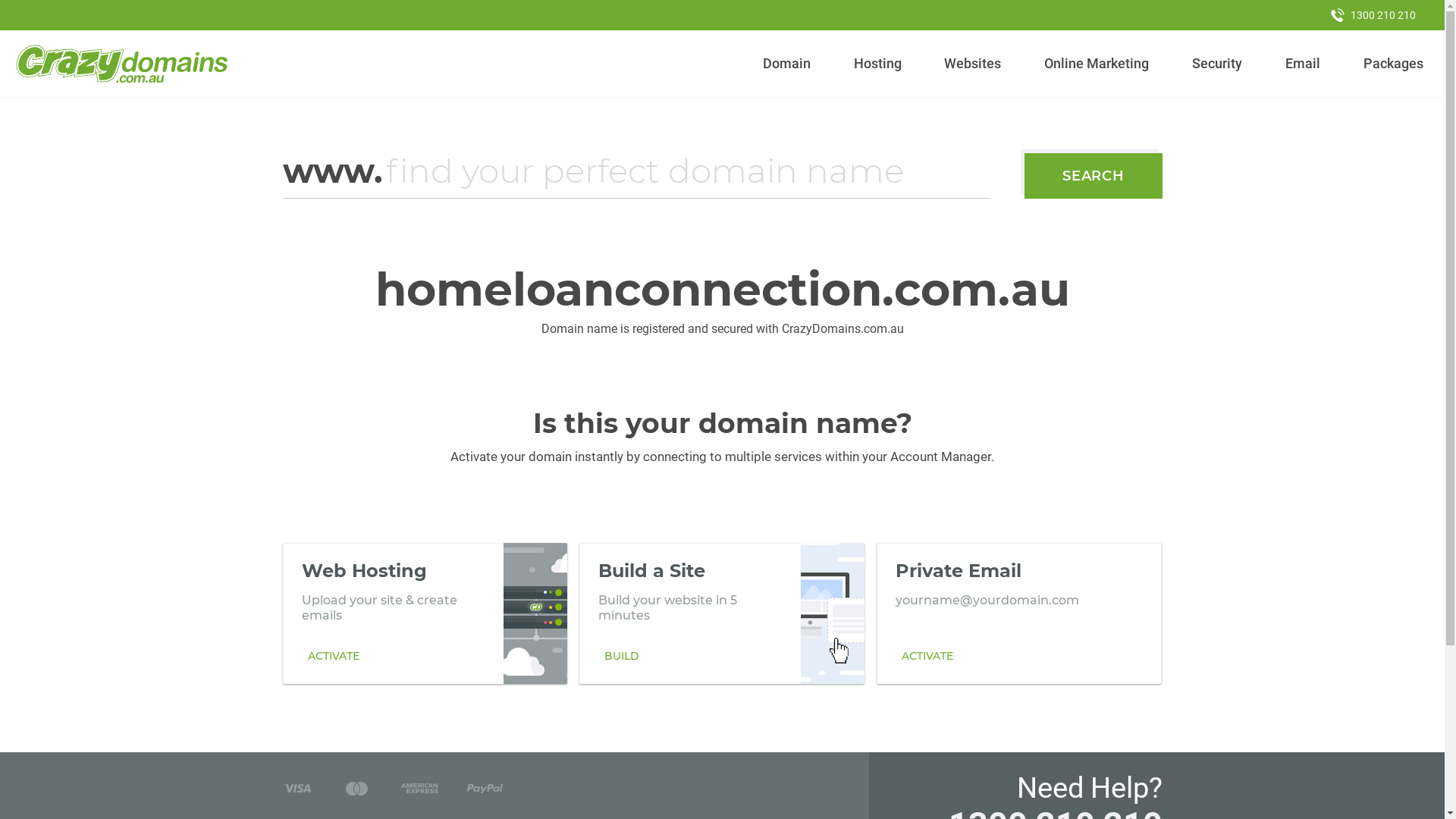  What do you see at coordinates (1217, 63) in the screenshot?
I see `'Security'` at bounding box center [1217, 63].